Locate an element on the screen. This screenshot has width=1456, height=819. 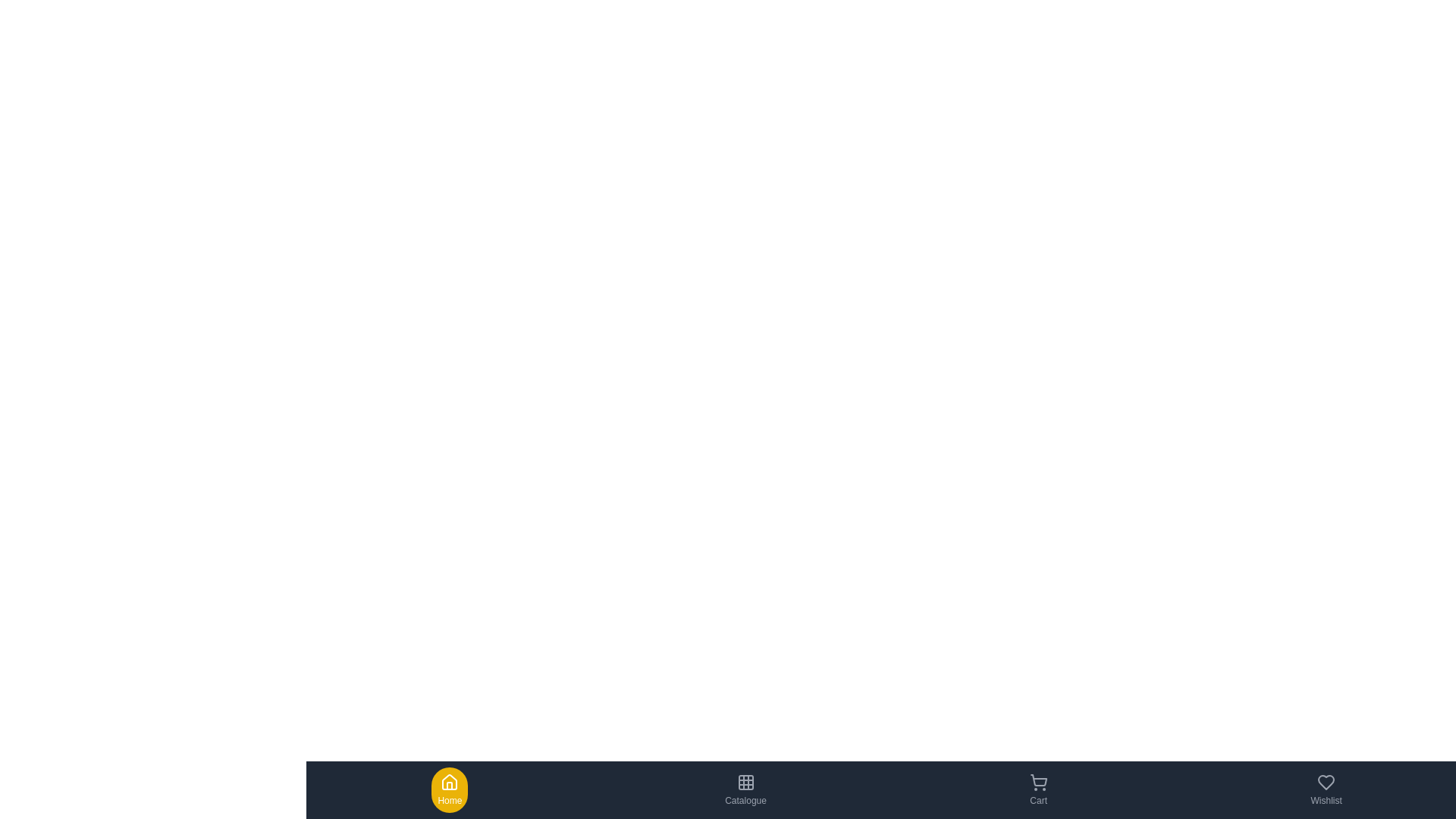
the button labeled Home to observe its hover effect is located at coordinates (449, 789).